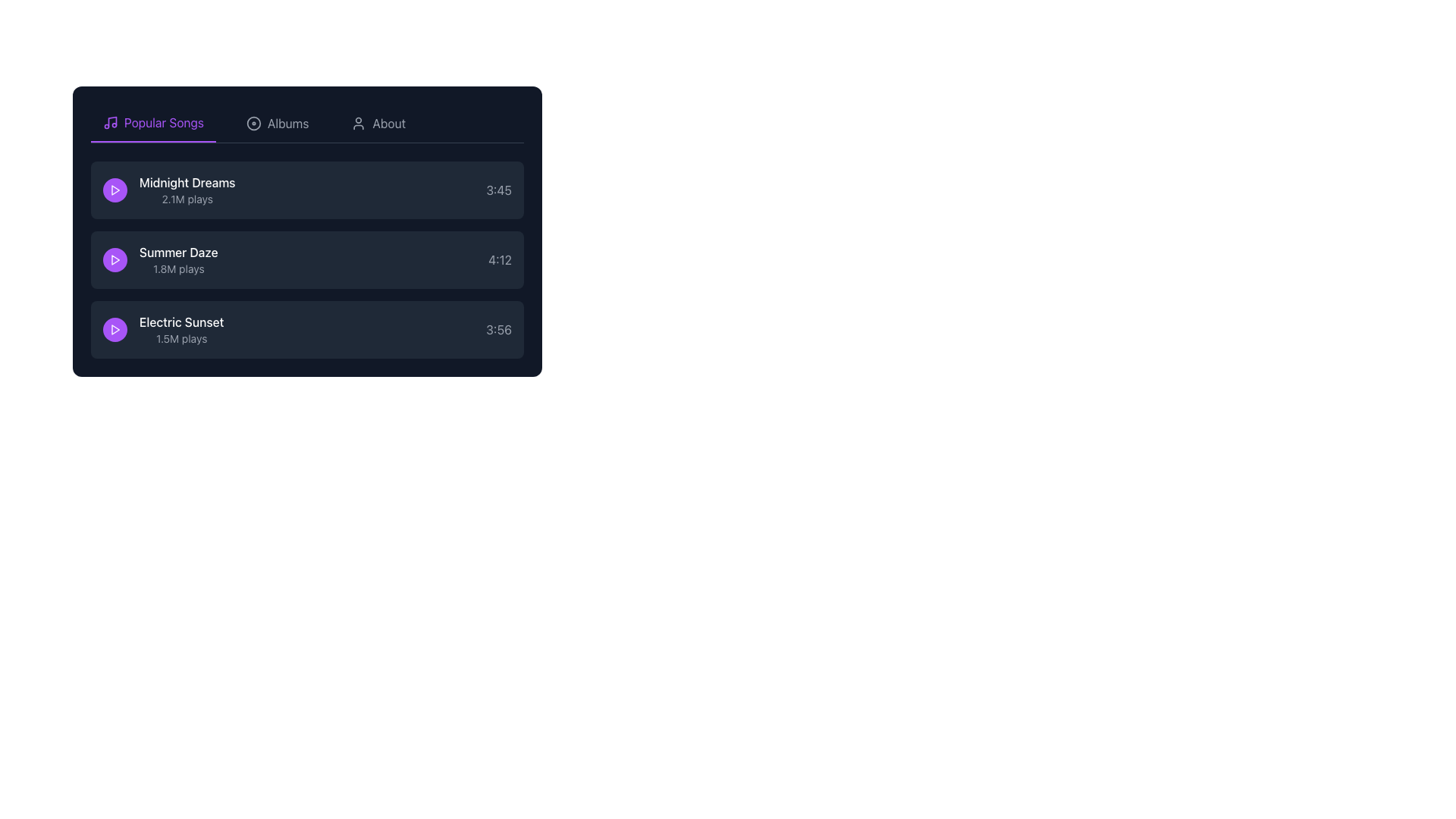  Describe the element at coordinates (115, 329) in the screenshot. I see `the circular button with a purple background and triangular play icon, located to the left of the text 'Electric Sunset'` at that location.